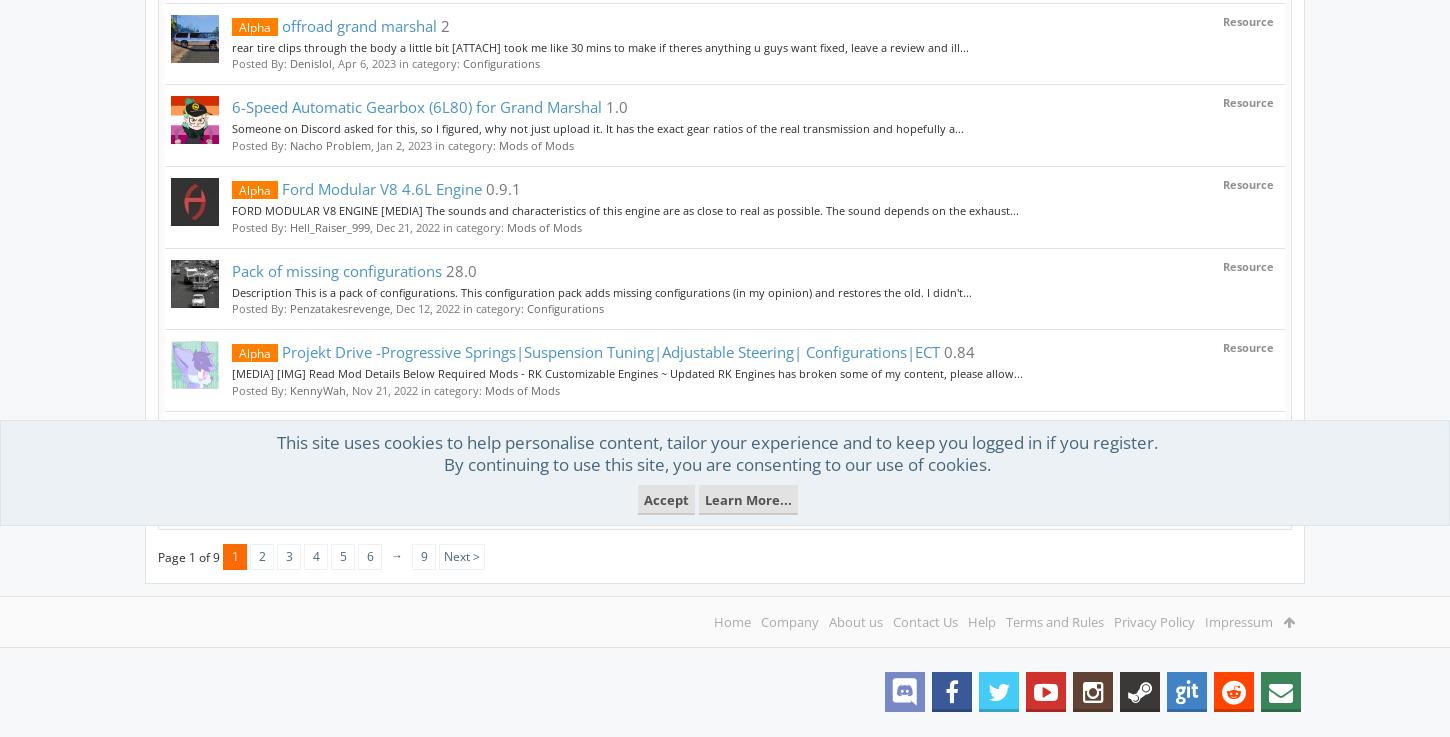 This screenshot has width=1450, height=737. Describe the element at coordinates (311, 63) in the screenshot. I see `'Denislol'` at that location.